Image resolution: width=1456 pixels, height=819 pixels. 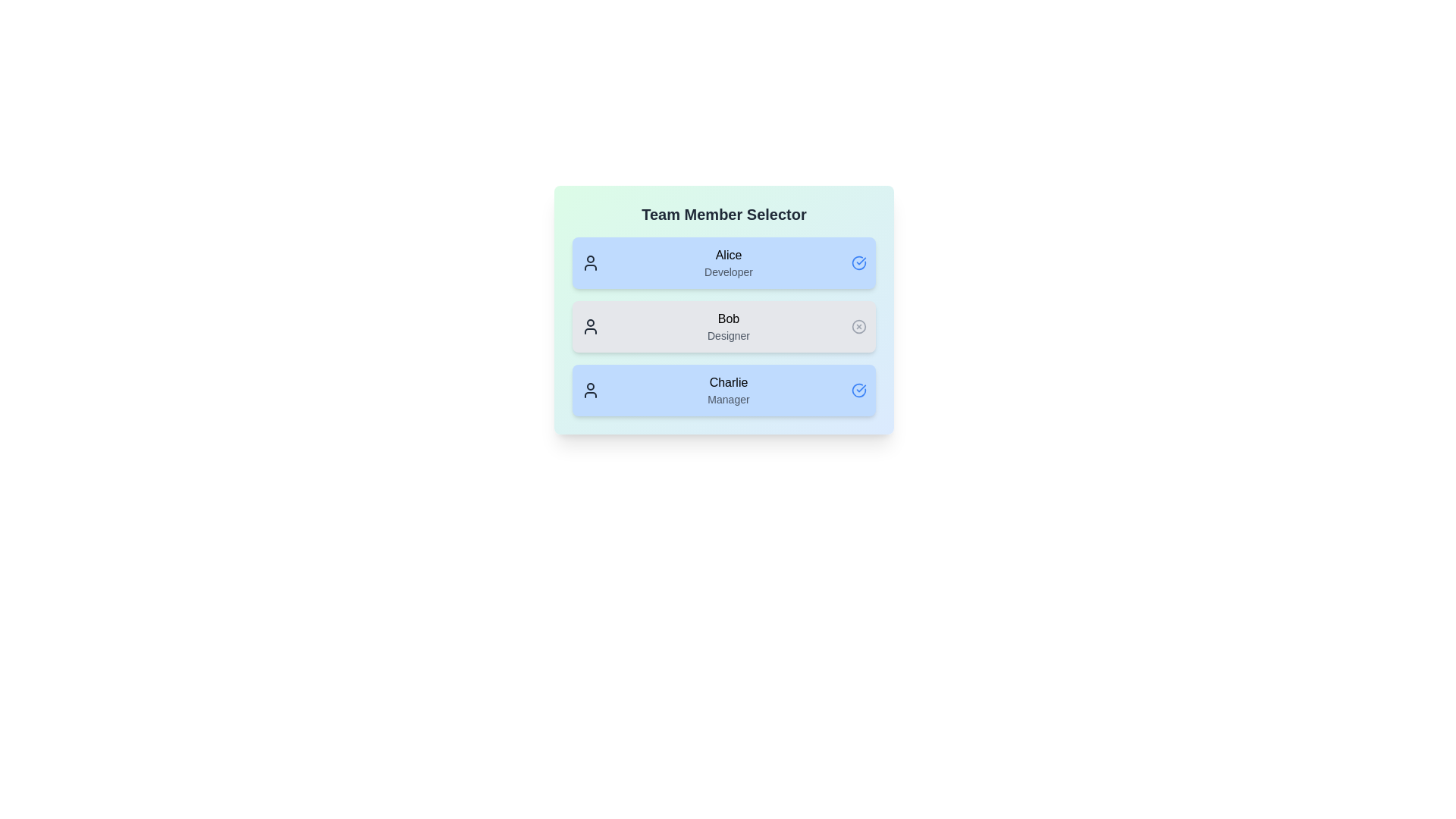 What do you see at coordinates (723, 390) in the screenshot?
I see `the member card corresponding to Charlie` at bounding box center [723, 390].